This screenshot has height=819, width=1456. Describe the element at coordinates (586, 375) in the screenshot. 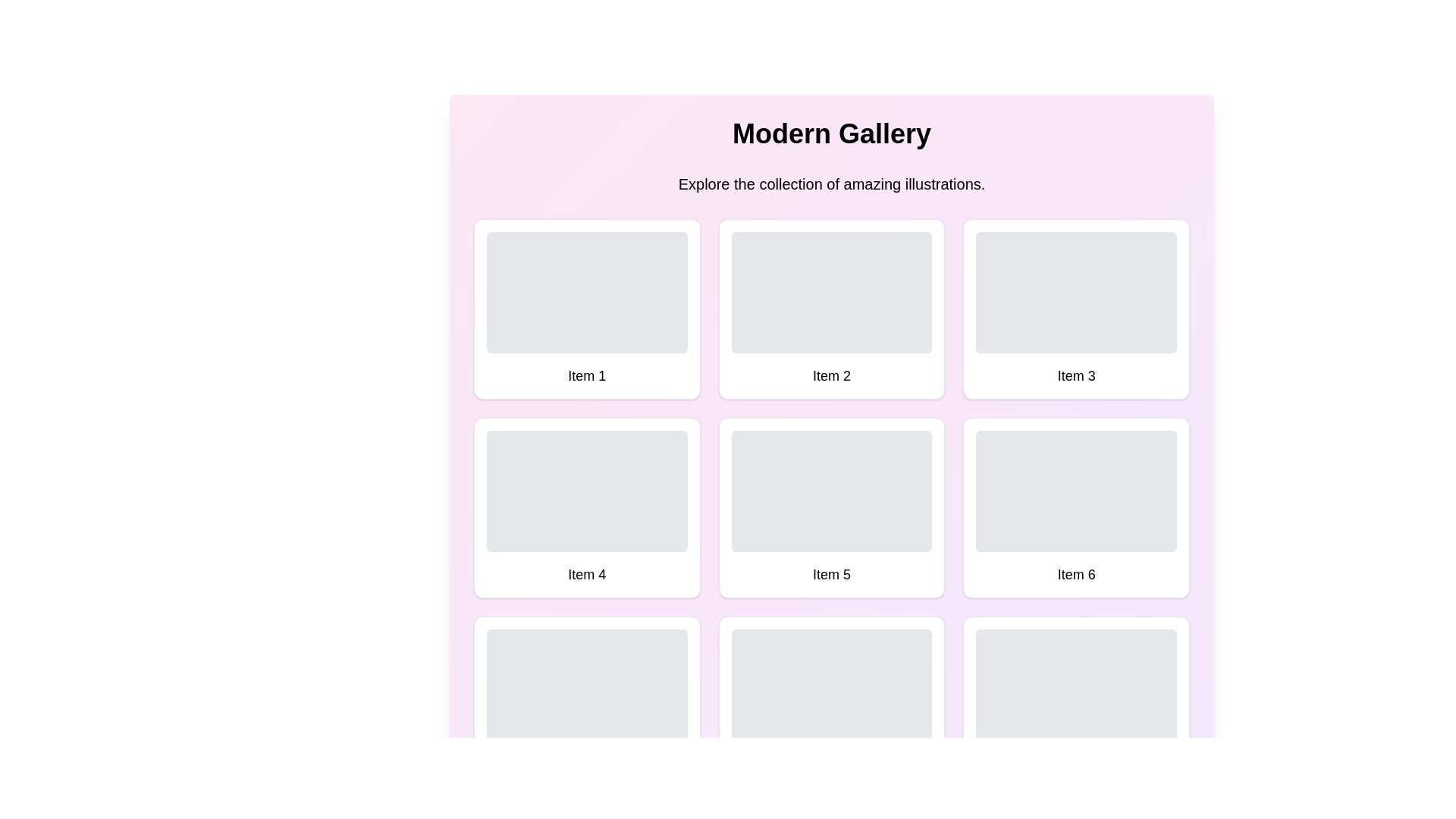

I see `the text label displaying 'Item 1' which is bold and centered, located below an image placeholder in the top-left card of a grid layout` at that location.